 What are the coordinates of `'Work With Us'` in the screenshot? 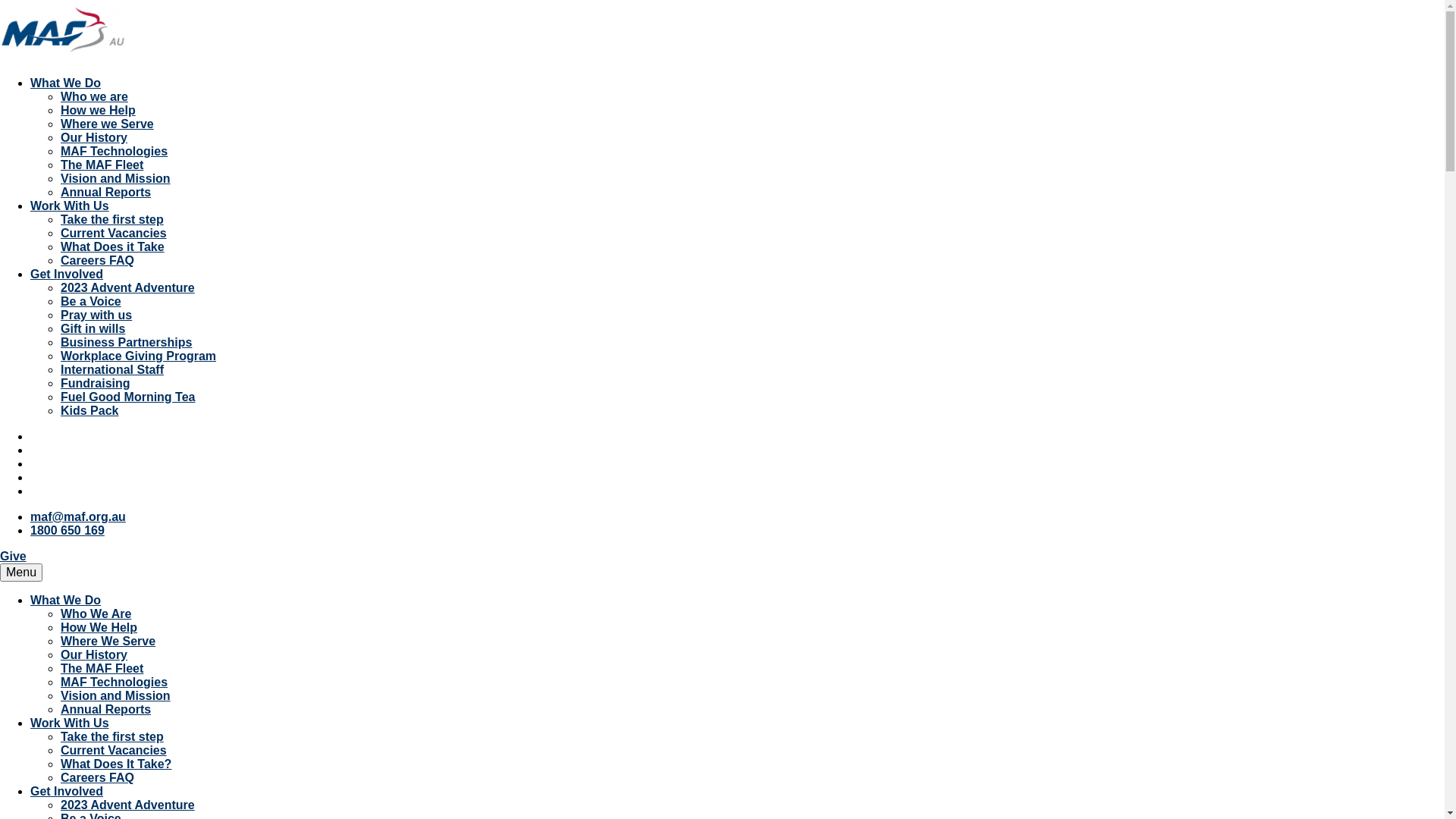 It's located at (68, 722).